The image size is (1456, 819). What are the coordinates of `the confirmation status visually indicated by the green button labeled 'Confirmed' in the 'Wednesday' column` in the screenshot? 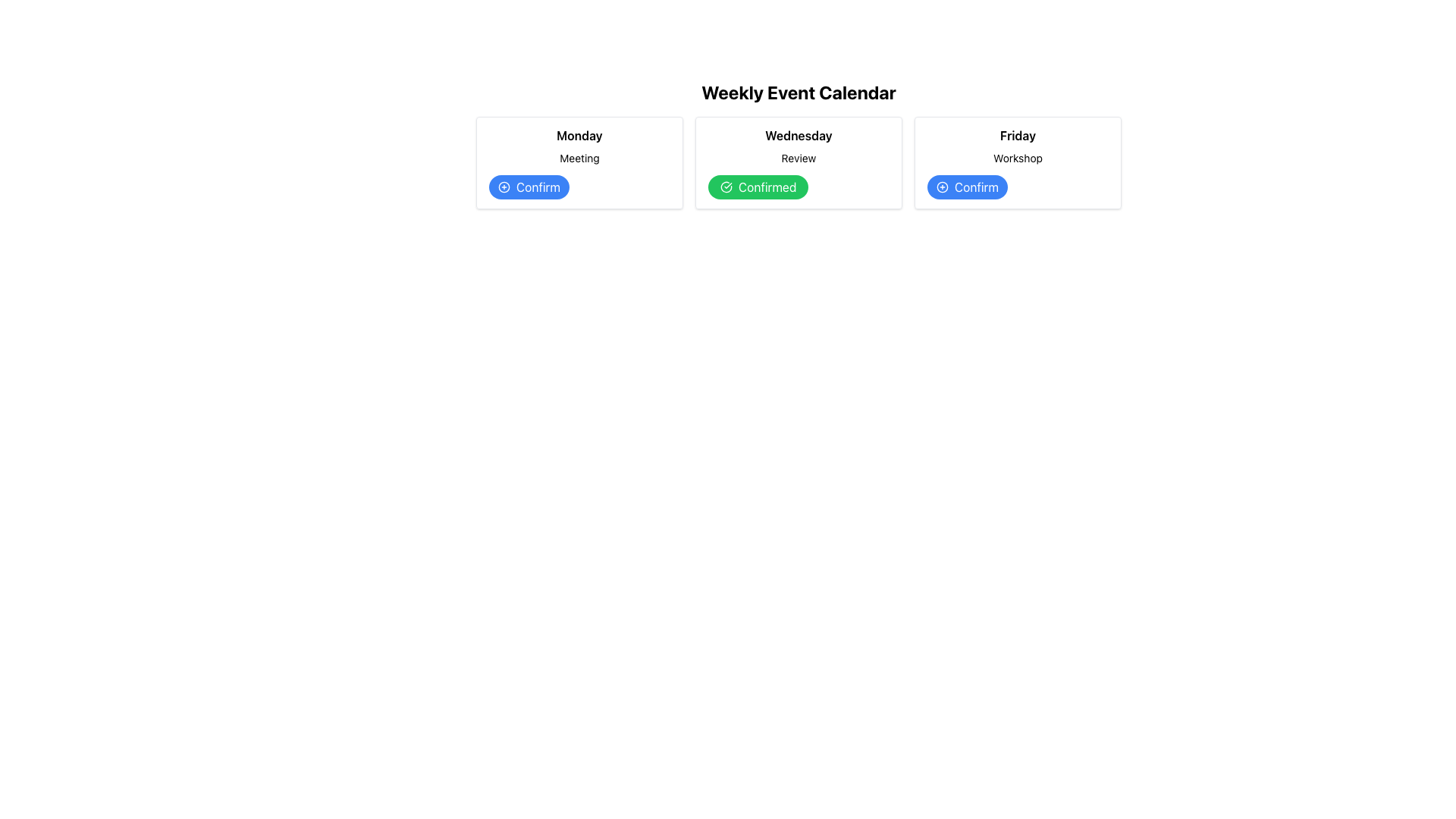 It's located at (726, 186).